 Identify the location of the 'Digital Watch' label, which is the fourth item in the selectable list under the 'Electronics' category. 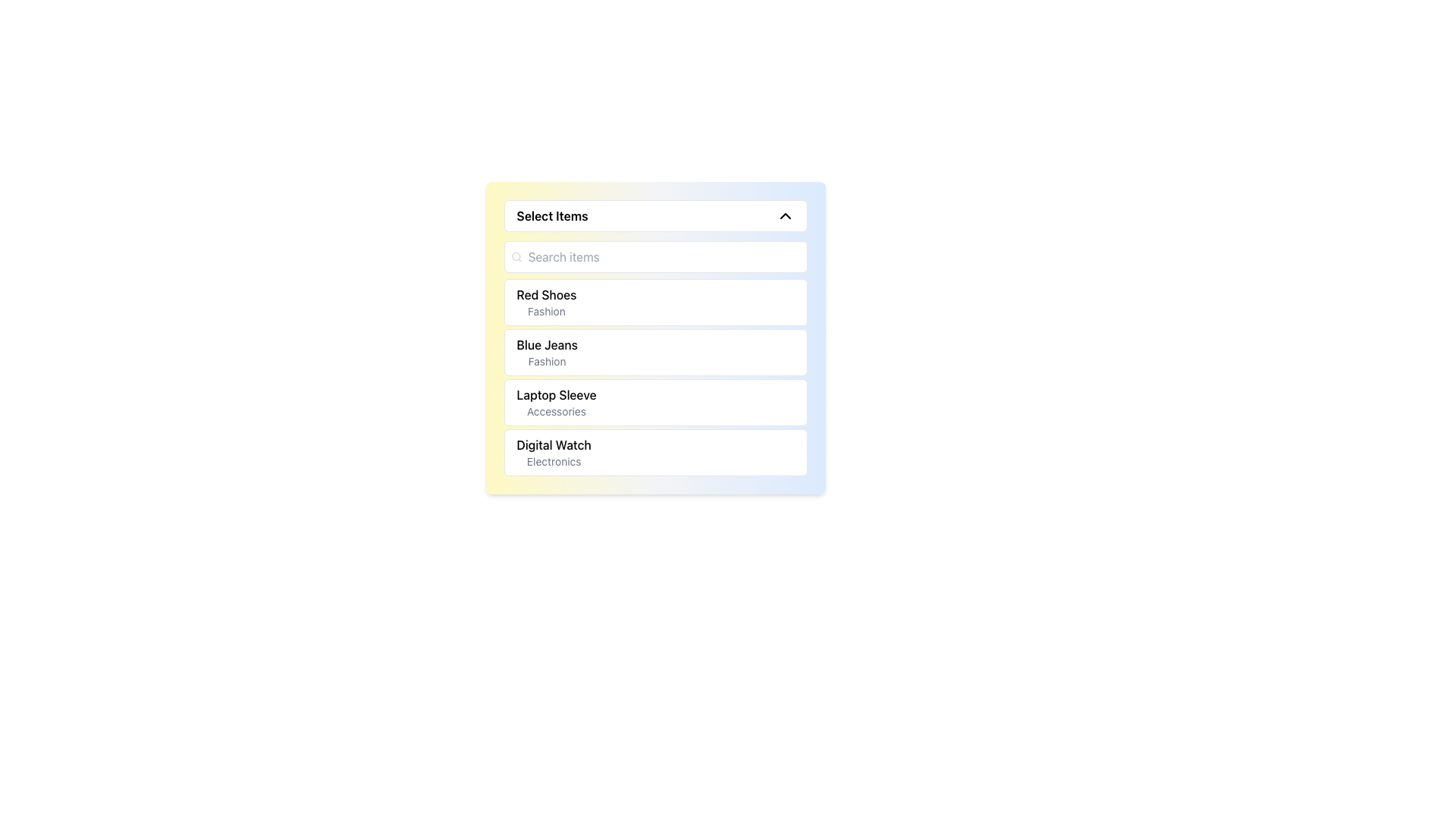
(553, 452).